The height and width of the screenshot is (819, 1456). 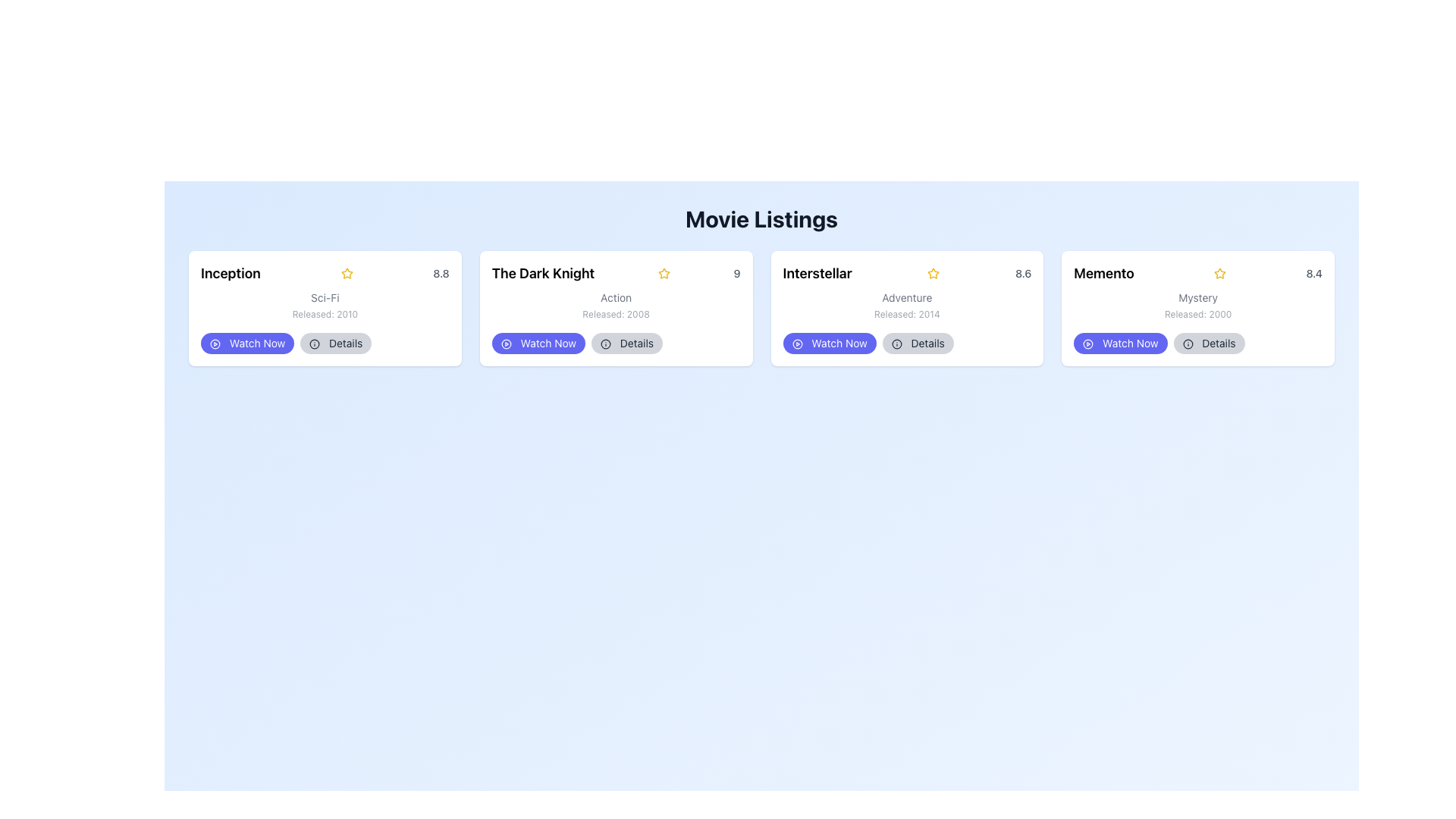 I want to click on the decorative icon representing the rating status for the movie 'Memento', located in the top-right section of the listing card, aligned with the numeric rating '8.4', so click(x=1220, y=273).